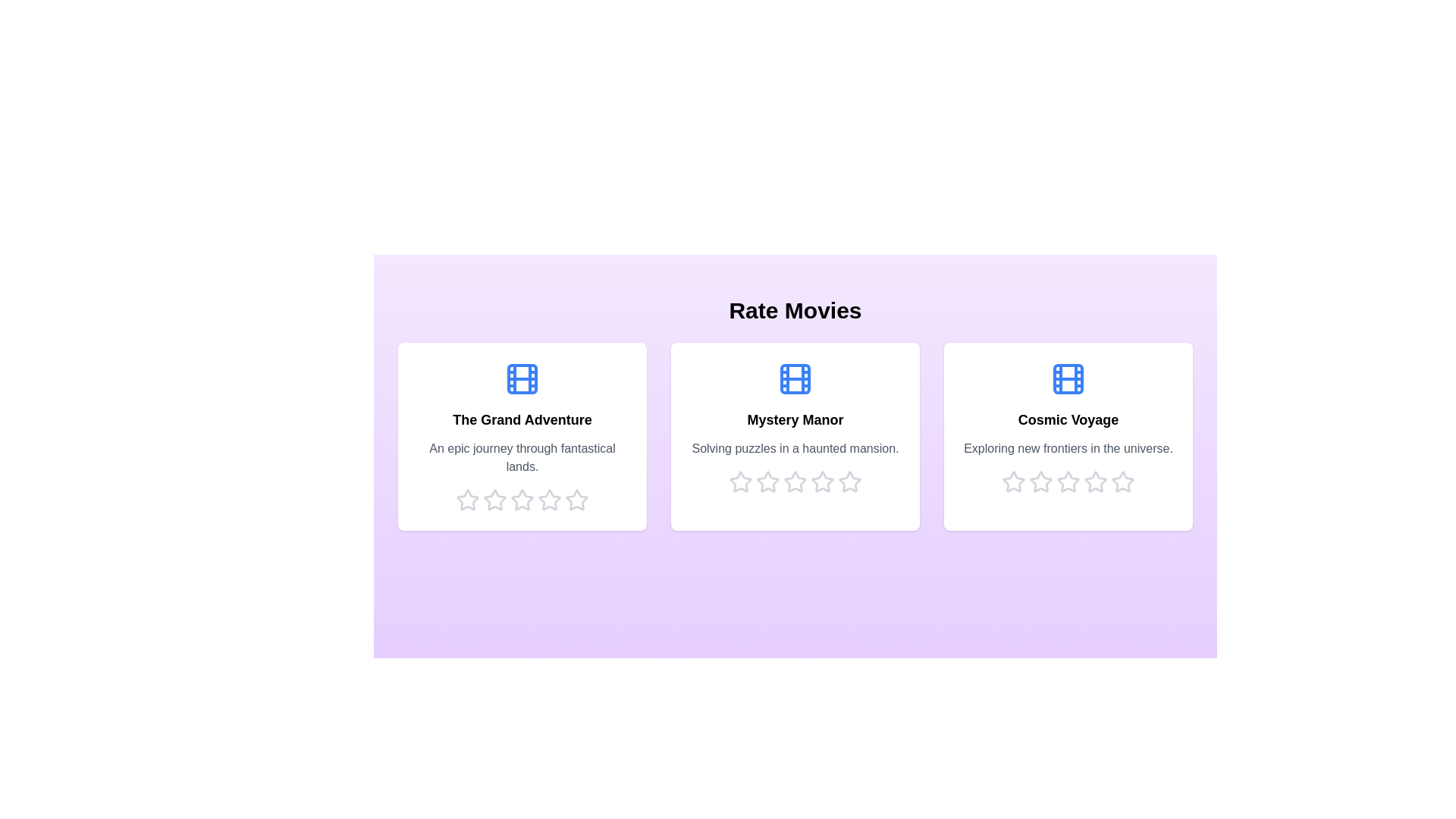 Image resolution: width=1456 pixels, height=819 pixels. Describe the element at coordinates (1068, 436) in the screenshot. I see `the movie card titled 'Cosmic Voyage' to view its hover effect` at that location.